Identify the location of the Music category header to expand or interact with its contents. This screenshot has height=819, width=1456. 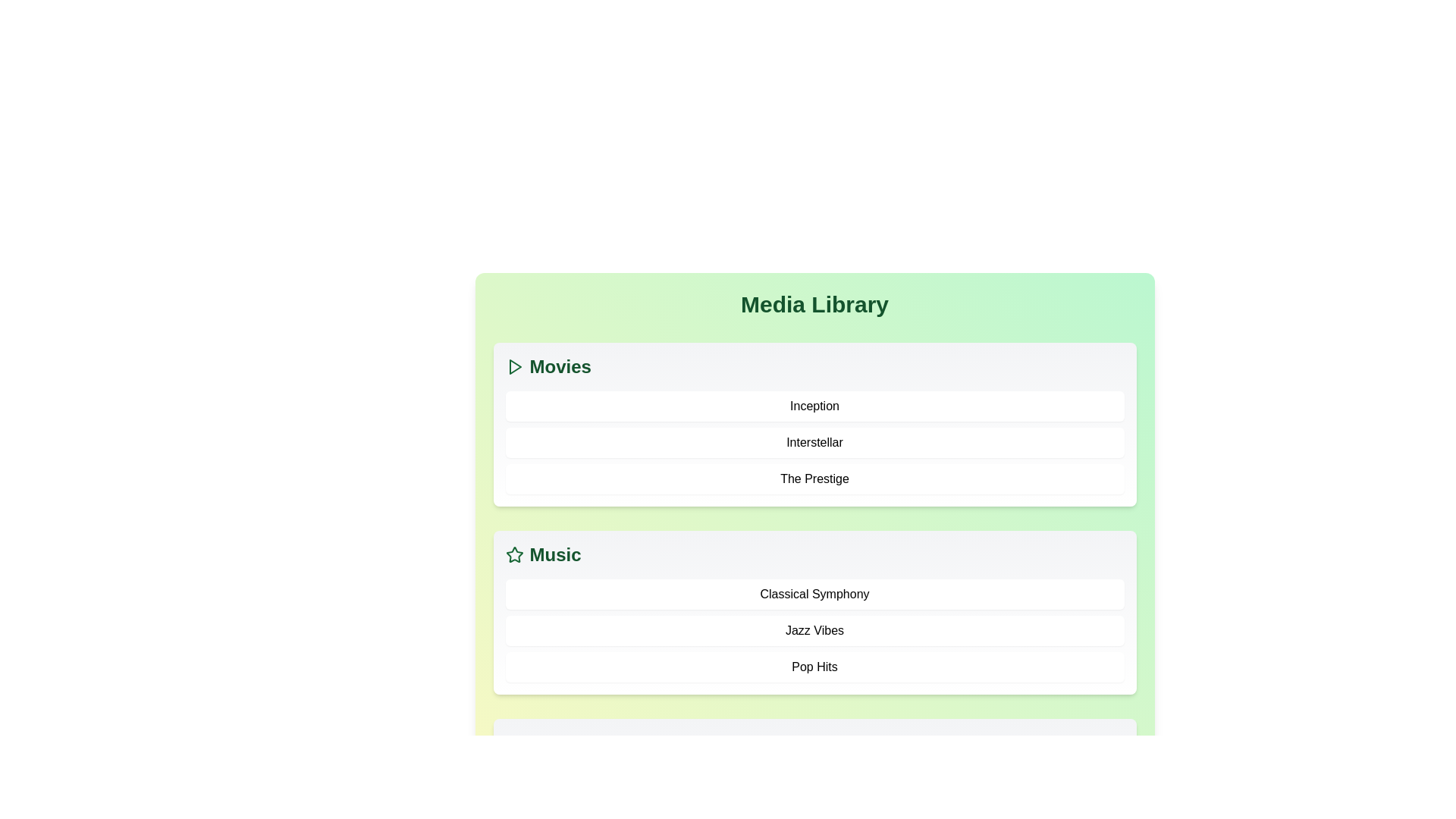
(554, 555).